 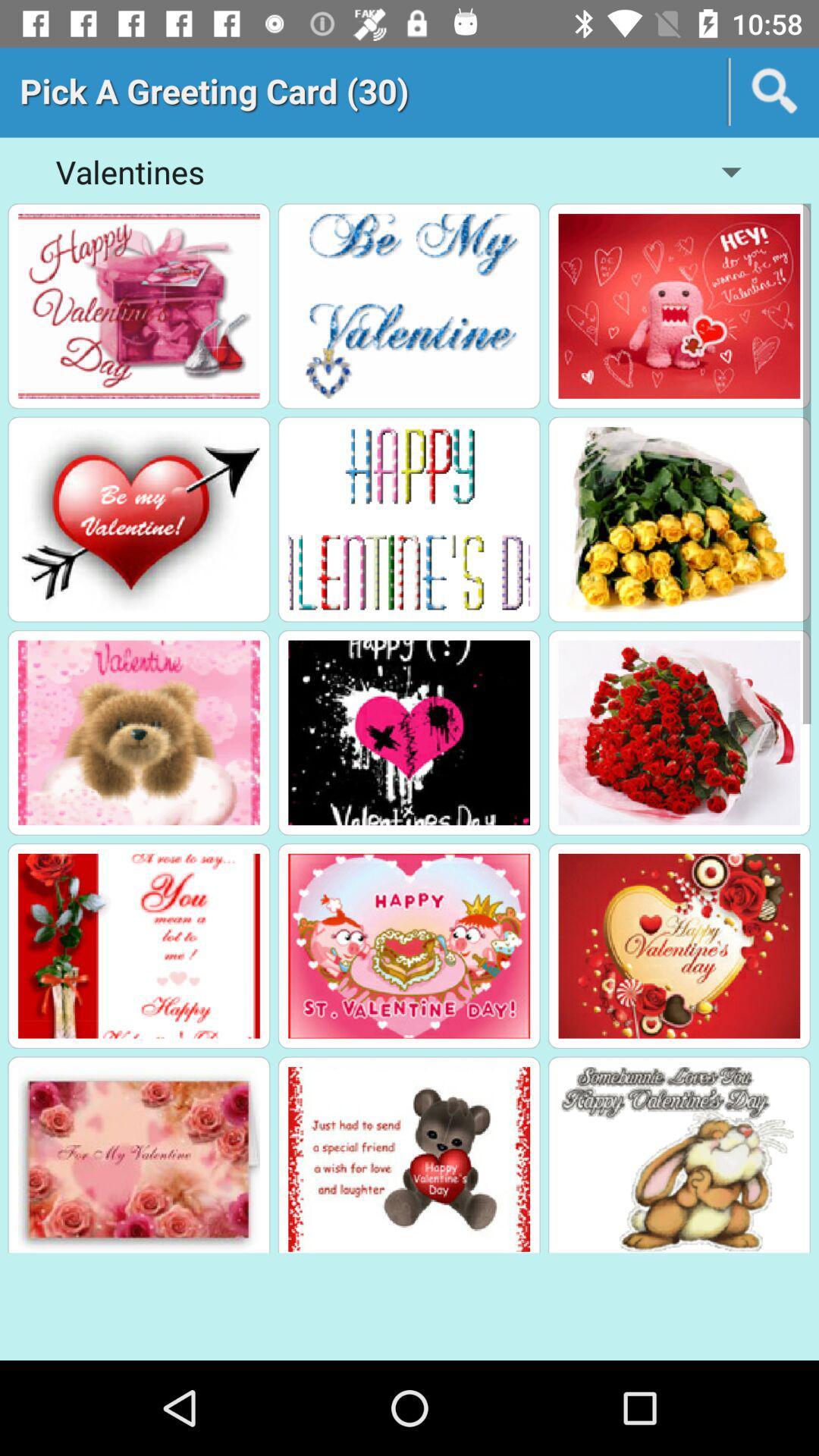 I want to click on open item, so click(x=139, y=305).